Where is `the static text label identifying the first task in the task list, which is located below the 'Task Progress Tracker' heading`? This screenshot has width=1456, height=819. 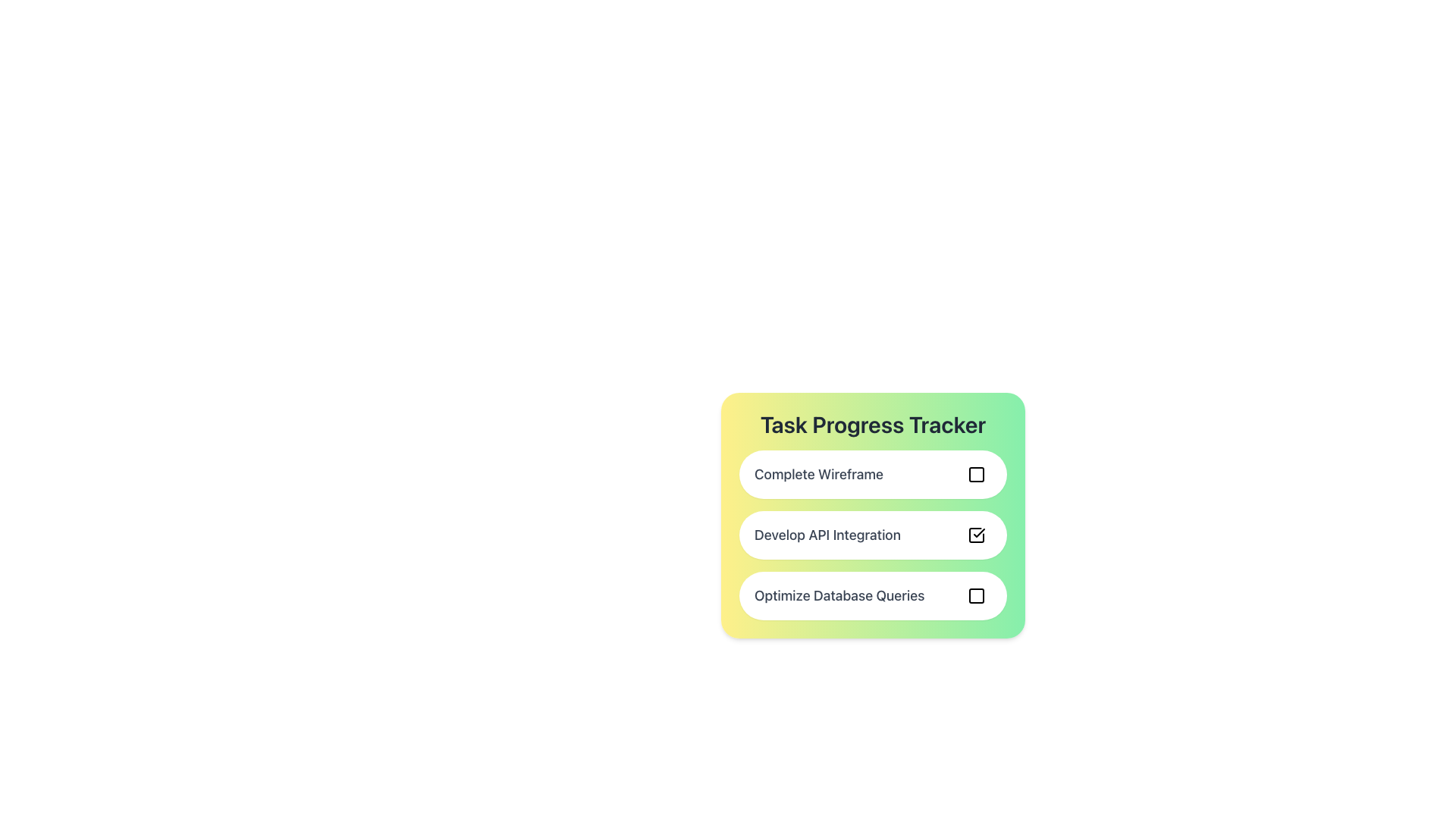 the static text label identifying the first task in the task list, which is located below the 'Task Progress Tracker' heading is located at coordinates (818, 473).